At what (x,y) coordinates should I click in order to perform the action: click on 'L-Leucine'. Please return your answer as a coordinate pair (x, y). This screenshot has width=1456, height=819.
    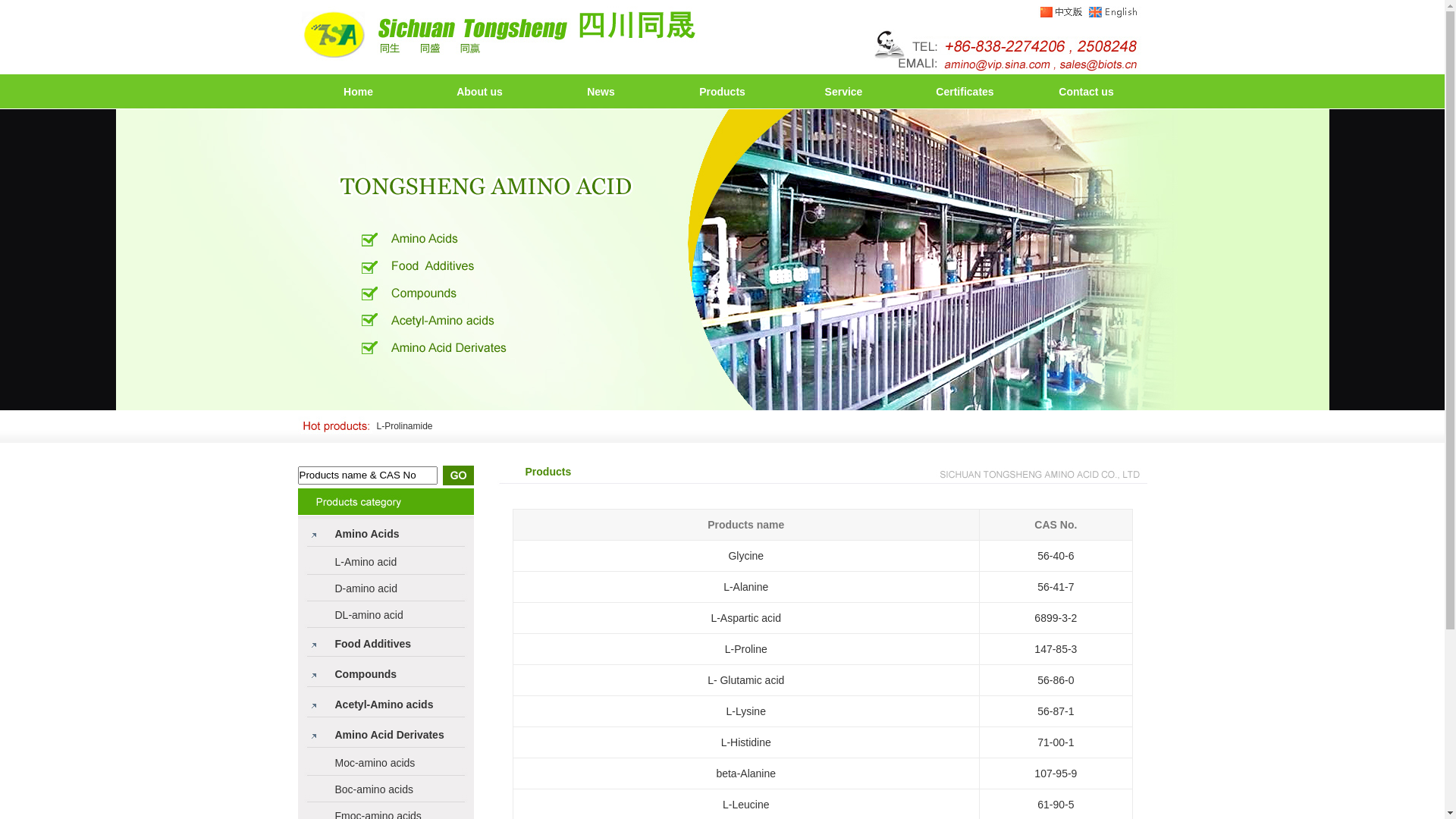
    Looking at the image, I should click on (745, 803).